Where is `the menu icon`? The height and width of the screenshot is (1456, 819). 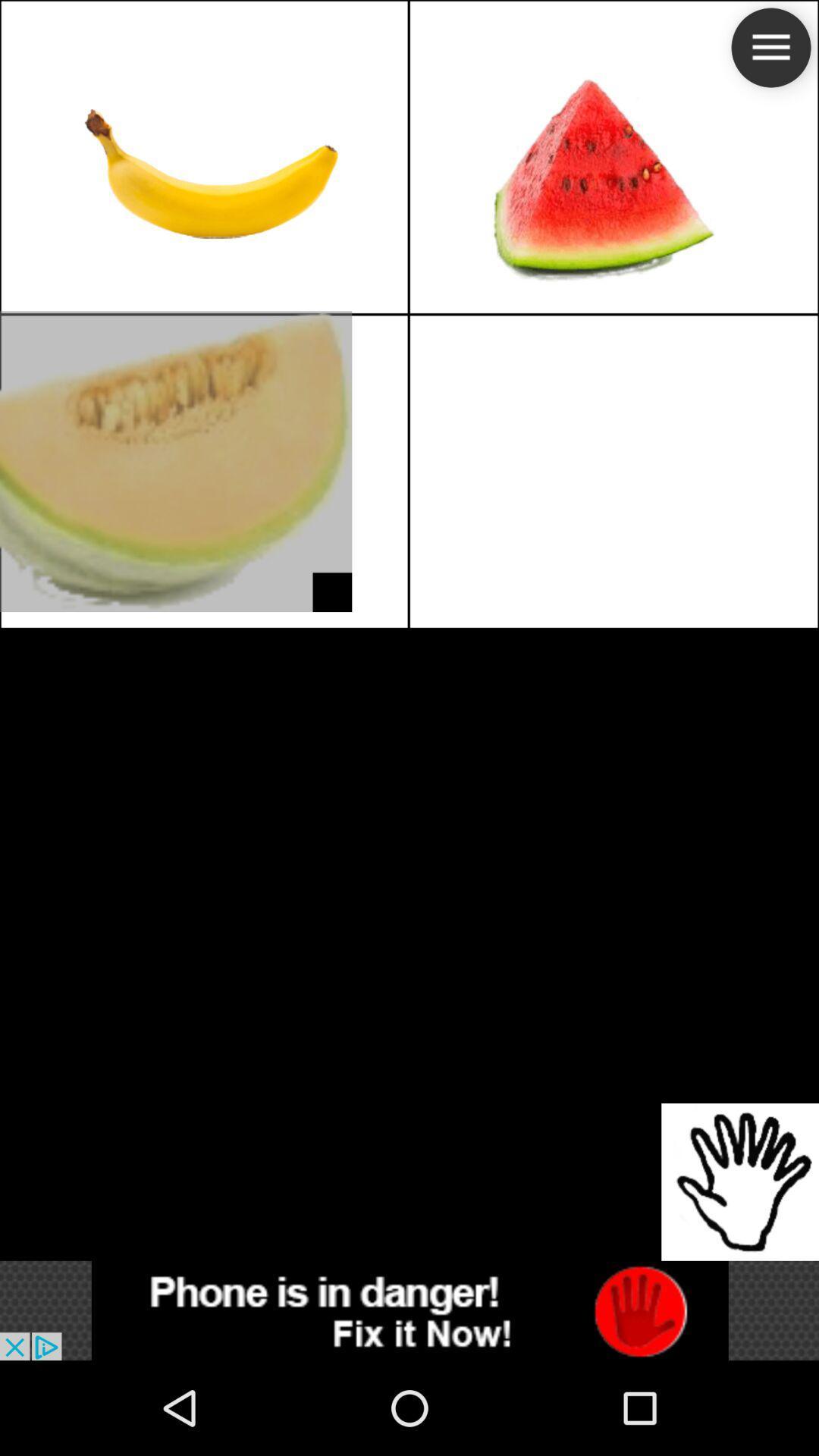
the menu icon is located at coordinates (771, 47).